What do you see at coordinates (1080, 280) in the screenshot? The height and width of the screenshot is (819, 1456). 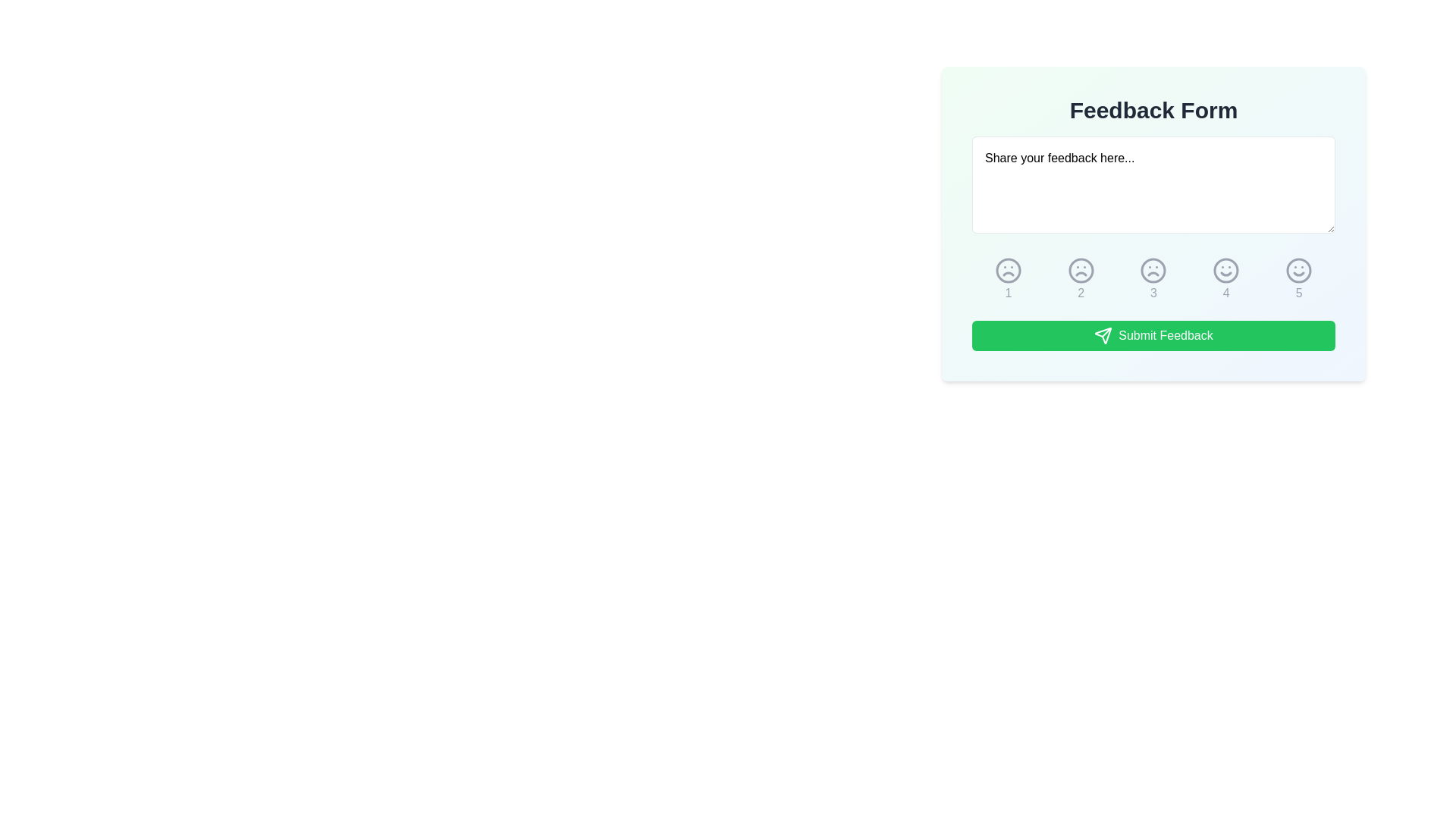 I see `the second clickable rating element, which represents a low-rating option in the feedback mechanism` at bounding box center [1080, 280].